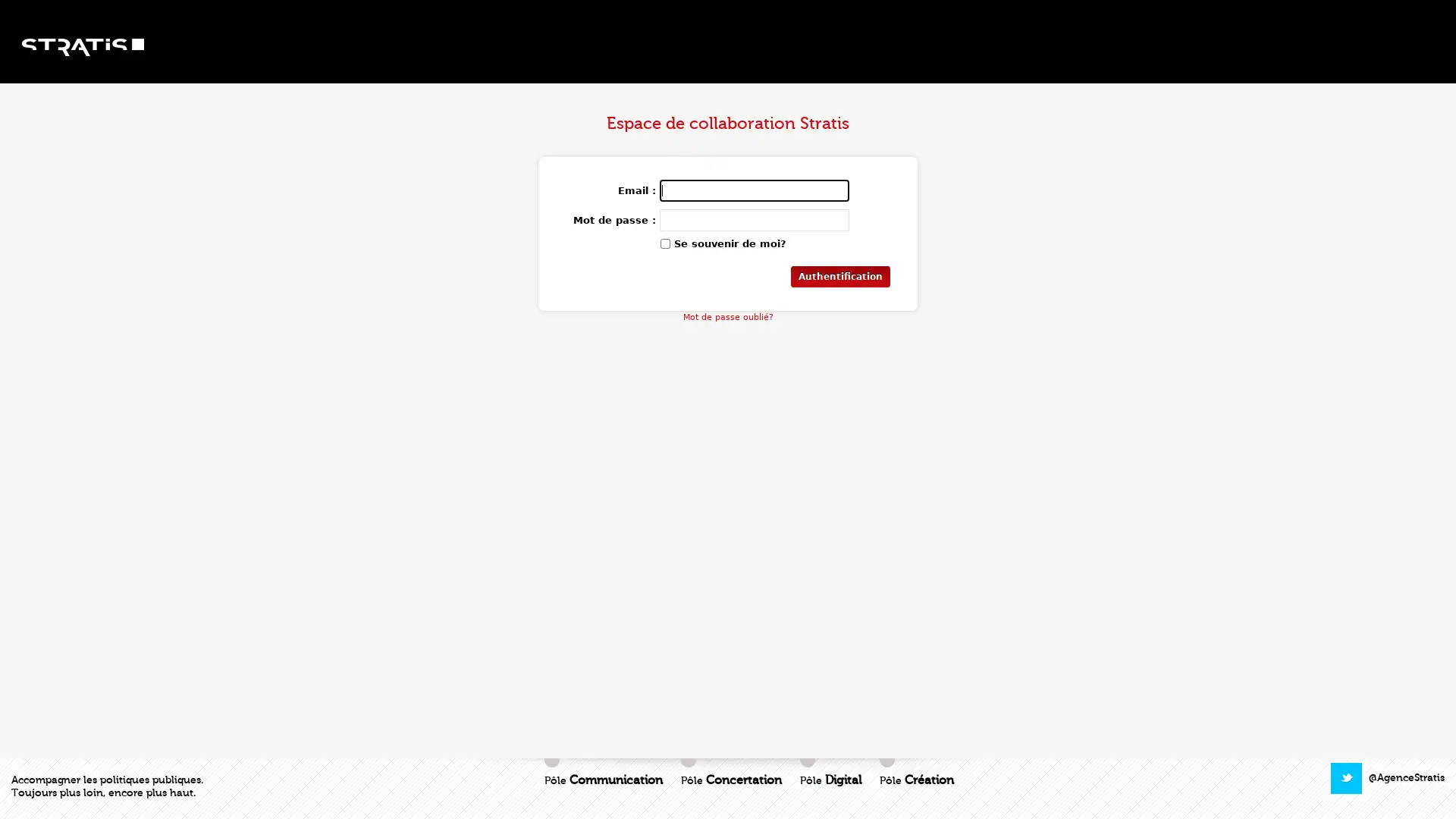  What do you see at coordinates (839, 277) in the screenshot?
I see `Authentification` at bounding box center [839, 277].